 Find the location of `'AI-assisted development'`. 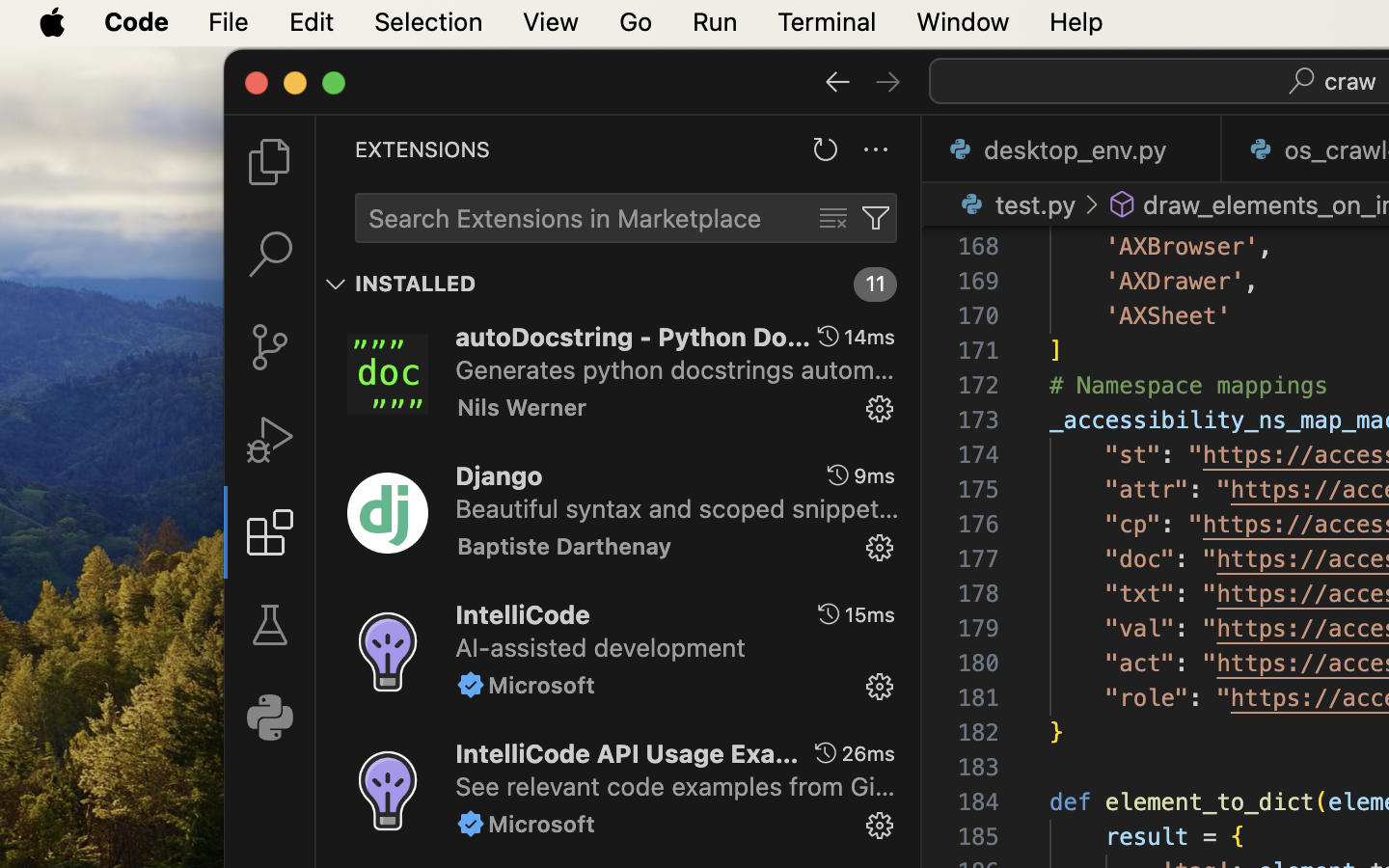

'AI-assisted development' is located at coordinates (599, 647).